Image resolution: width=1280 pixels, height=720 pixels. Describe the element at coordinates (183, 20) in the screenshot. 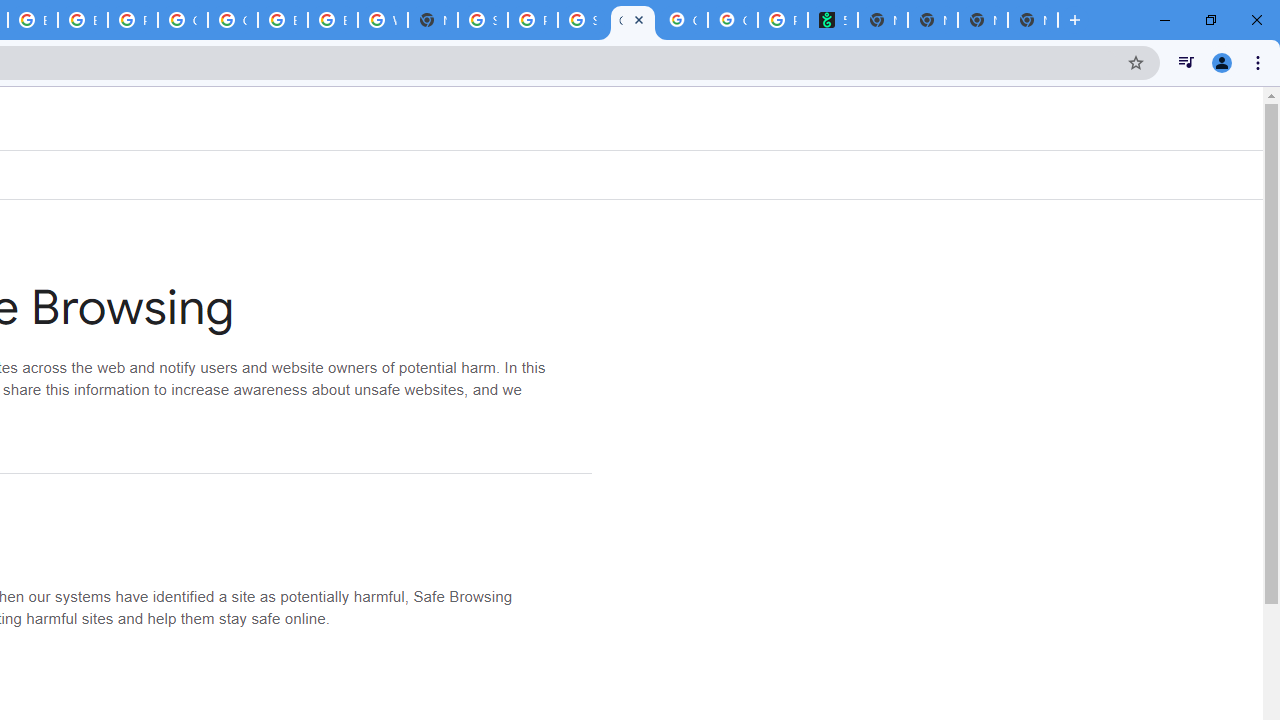

I see `'Google Cloud Platform'` at that location.